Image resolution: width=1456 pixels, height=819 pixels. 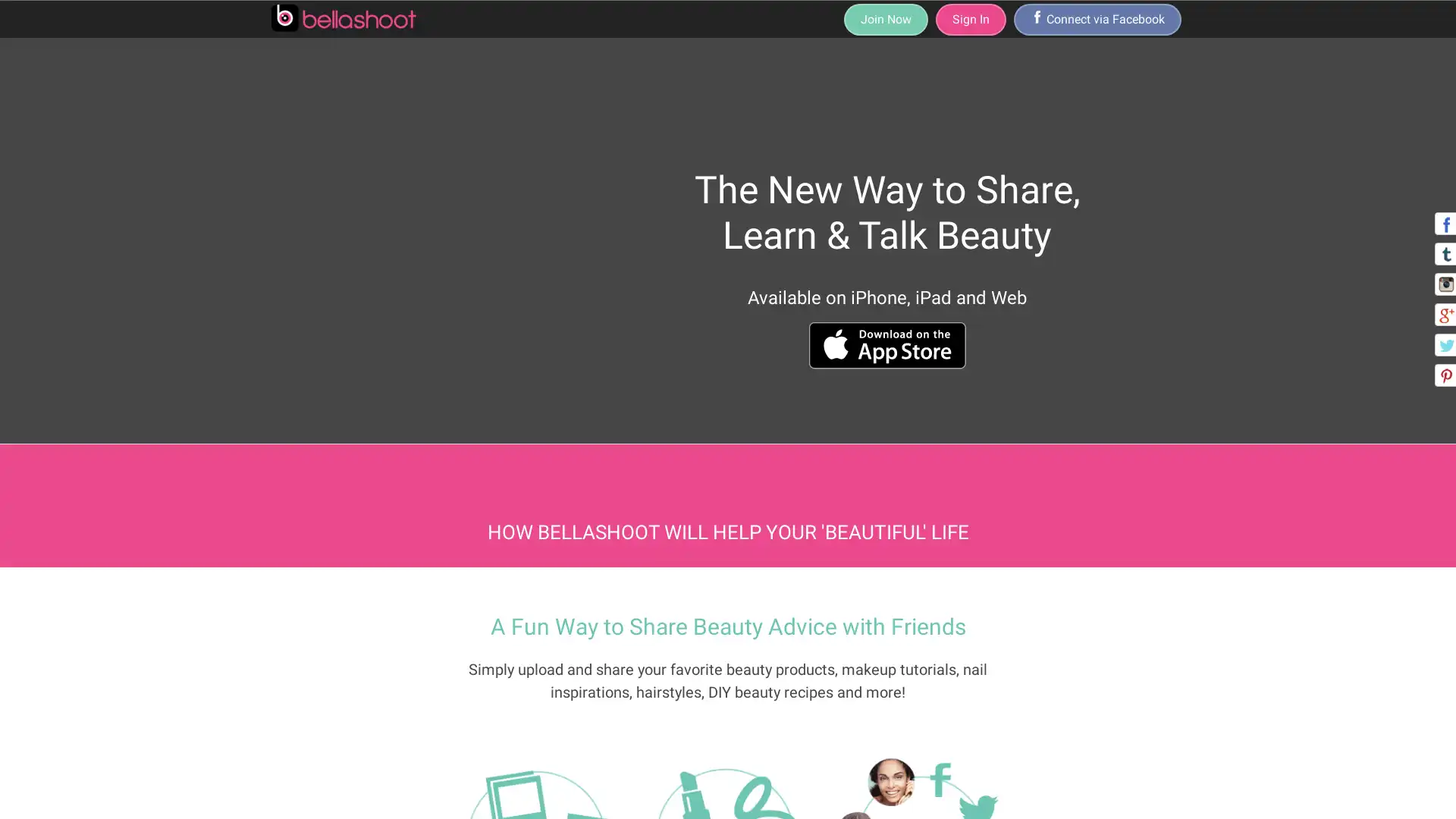 I want to click on / Connect via Facebook, so click(x=1097, y=20).